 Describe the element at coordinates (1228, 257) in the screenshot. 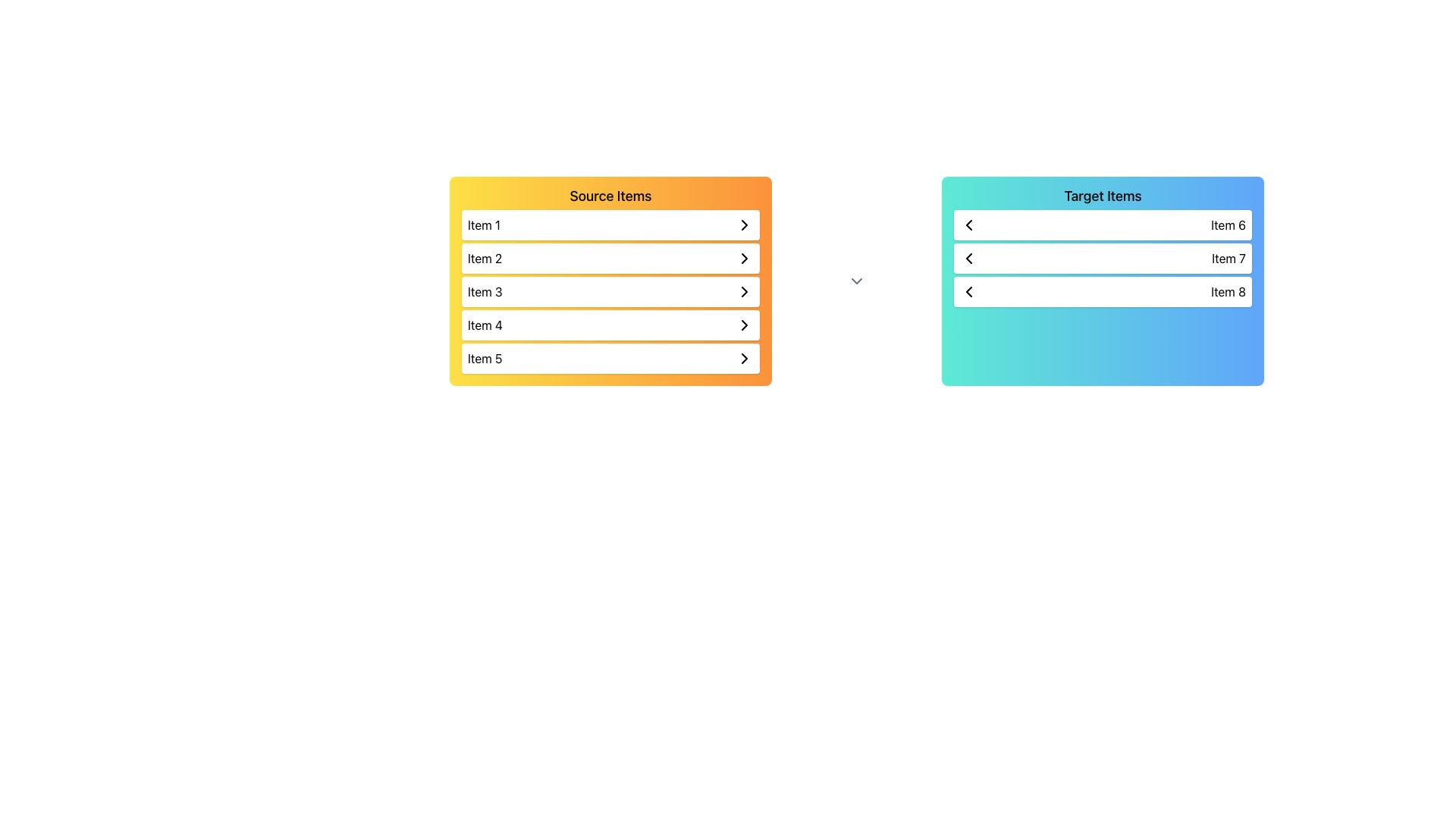

I see `the text label 'Item 7', which is the second item in the list of 'Target Items', located on the right-hand side of the main layout` at that location.